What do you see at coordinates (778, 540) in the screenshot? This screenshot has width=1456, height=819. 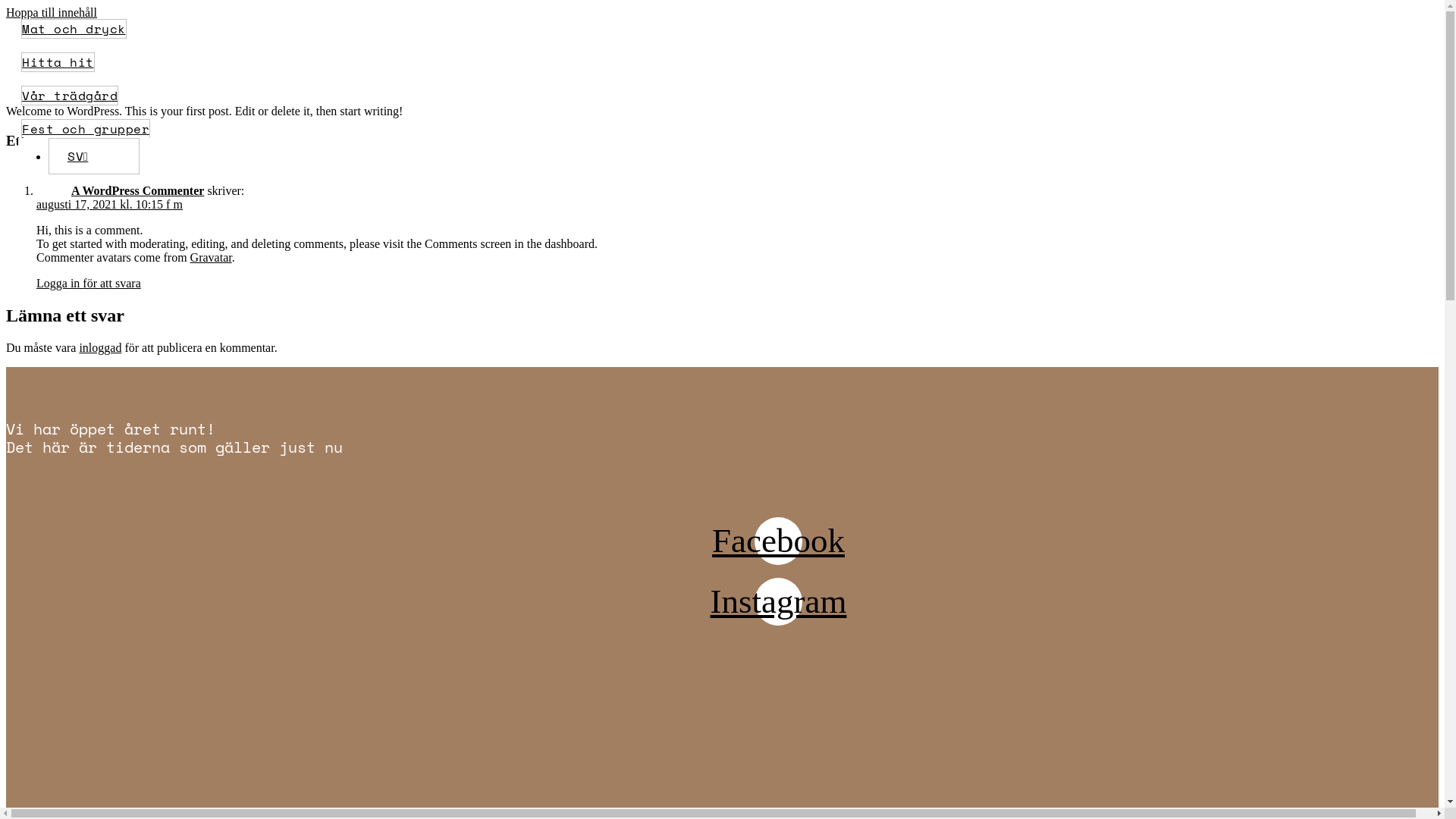 I see `'Facebook'` at bounding box center [778, 540].